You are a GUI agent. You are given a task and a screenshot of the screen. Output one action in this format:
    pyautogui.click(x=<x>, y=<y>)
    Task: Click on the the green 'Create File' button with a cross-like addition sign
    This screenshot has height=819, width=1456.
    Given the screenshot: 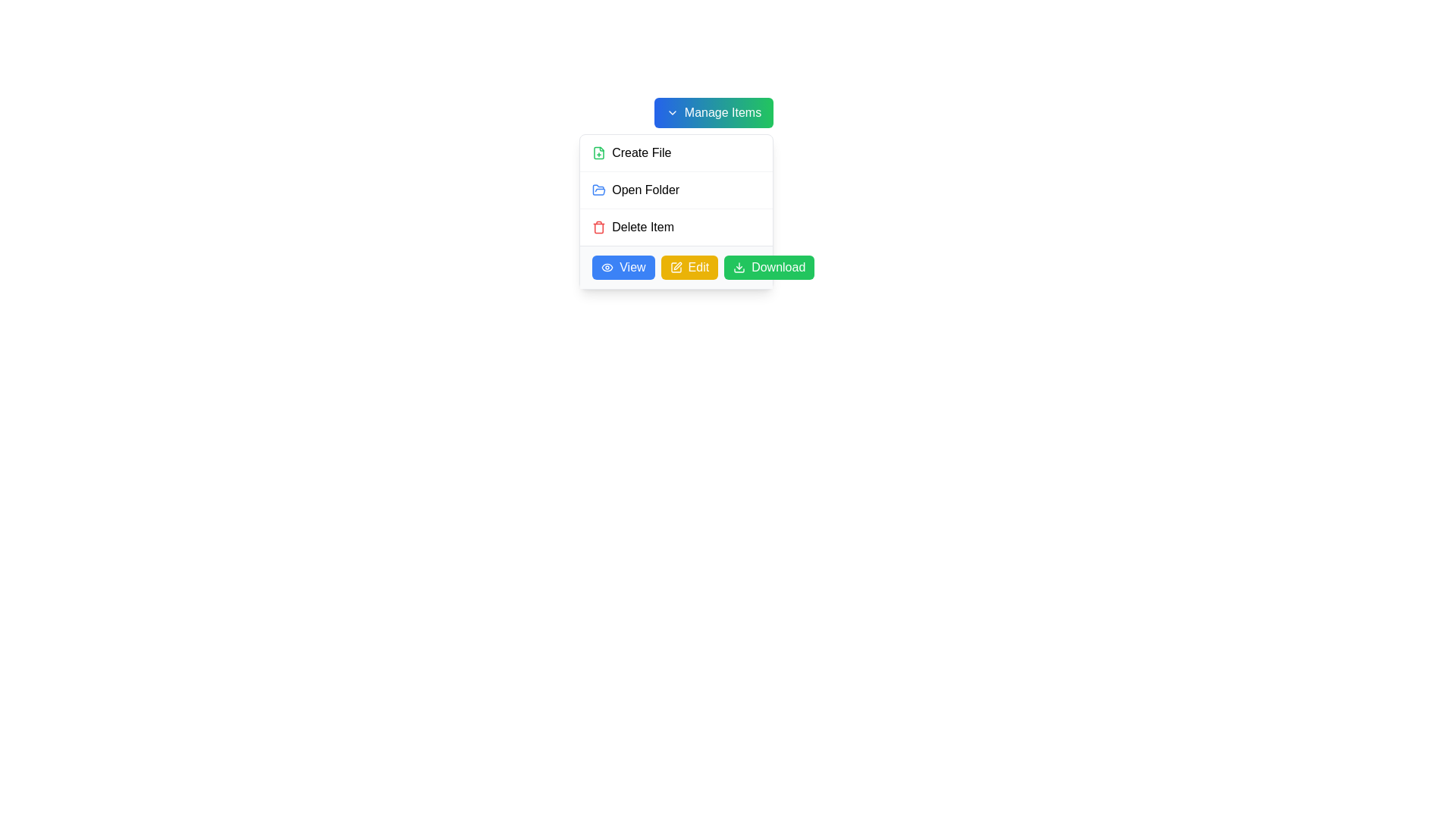 What is the action you would take?
    pyautogui.click(x=676, y=152)
    